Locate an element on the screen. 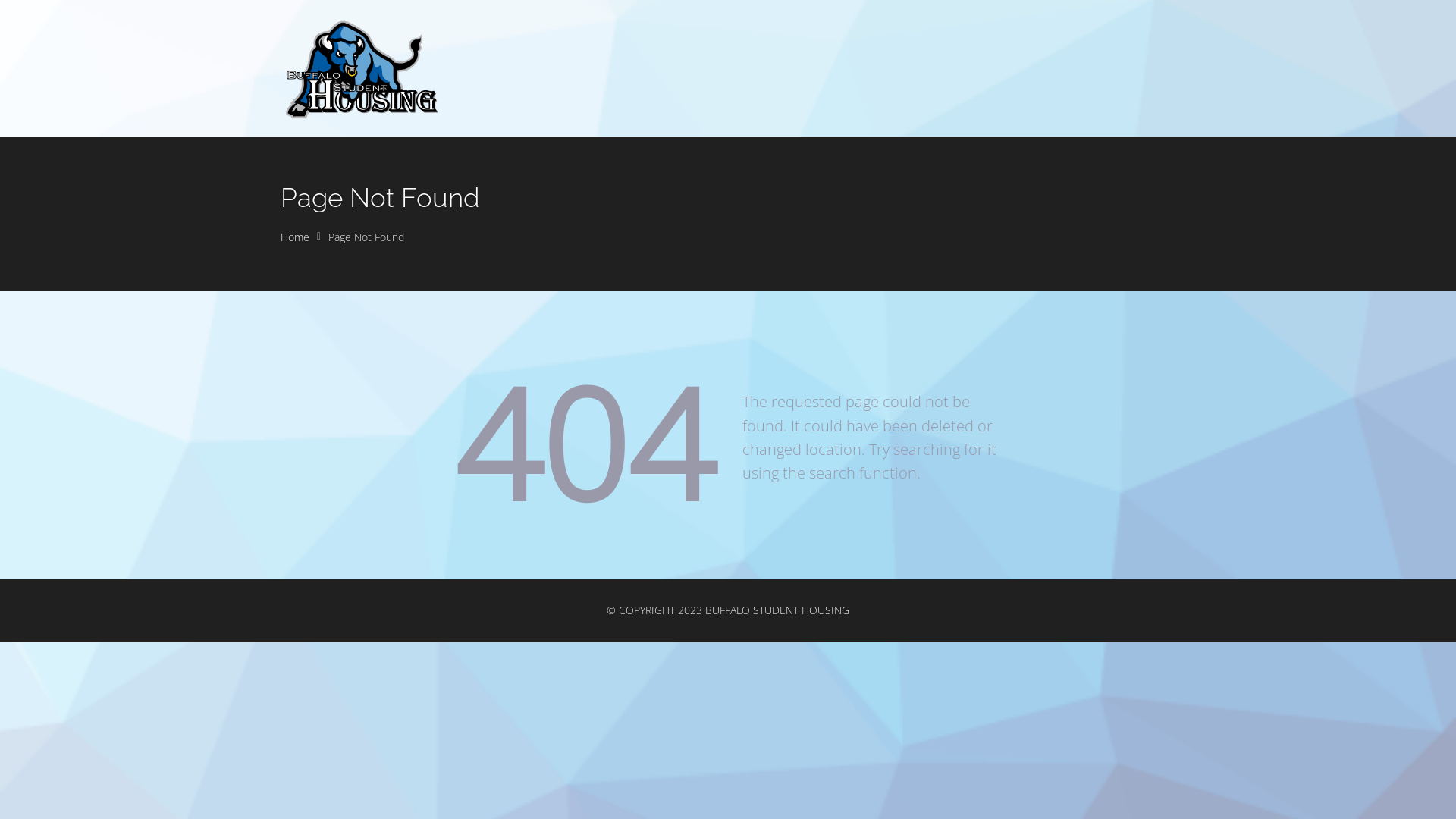  'Home' is located at coordinates (294, 237).